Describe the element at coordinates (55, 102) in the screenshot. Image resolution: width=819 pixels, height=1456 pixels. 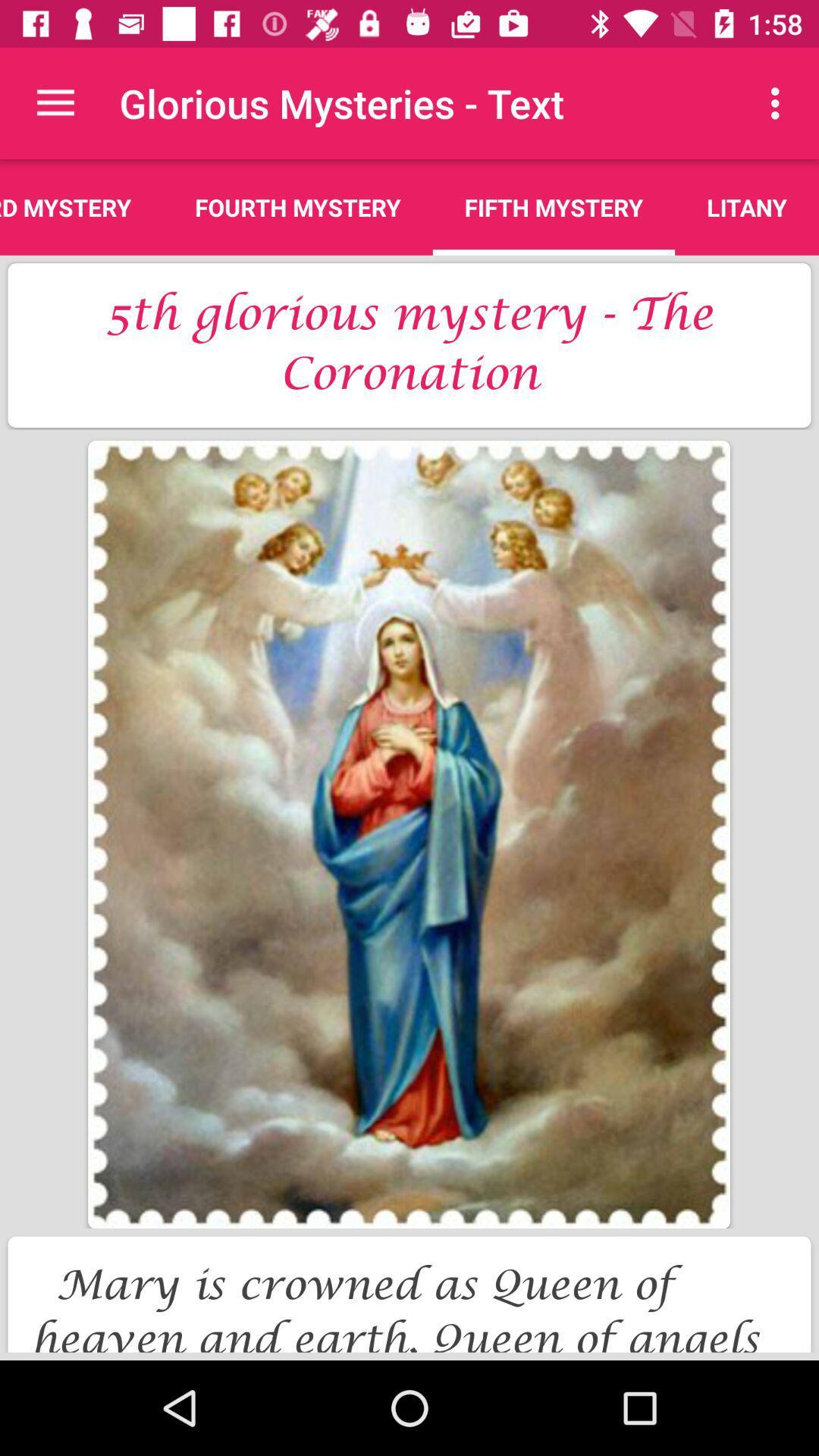
I see `item to the left of the glorious mysteries - text icon` at that location.